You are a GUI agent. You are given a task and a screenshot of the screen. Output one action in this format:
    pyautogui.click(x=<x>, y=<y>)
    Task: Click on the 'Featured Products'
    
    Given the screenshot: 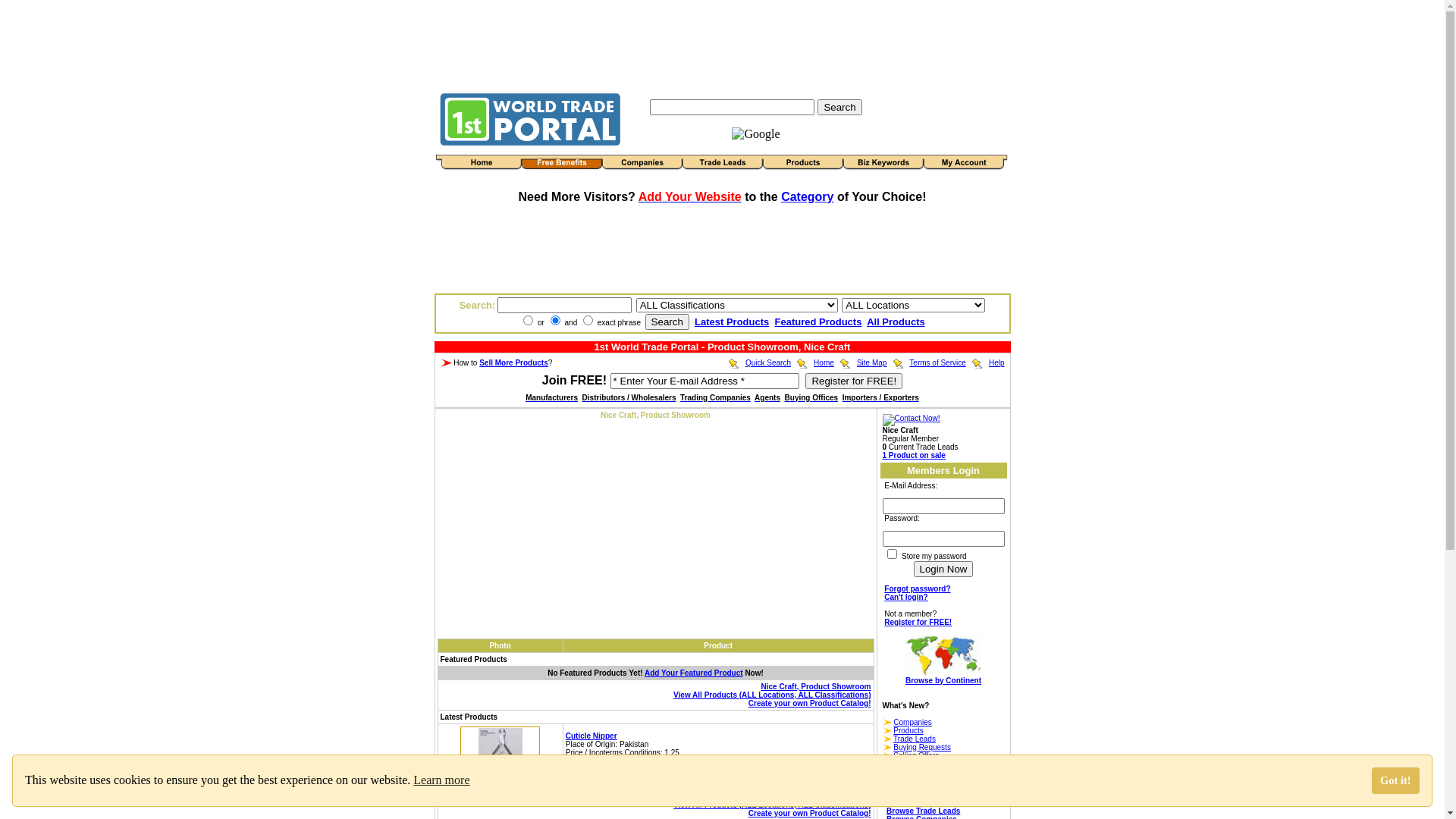 What is the action you would take?
    pyautogui.click(x=817, y=321)
    